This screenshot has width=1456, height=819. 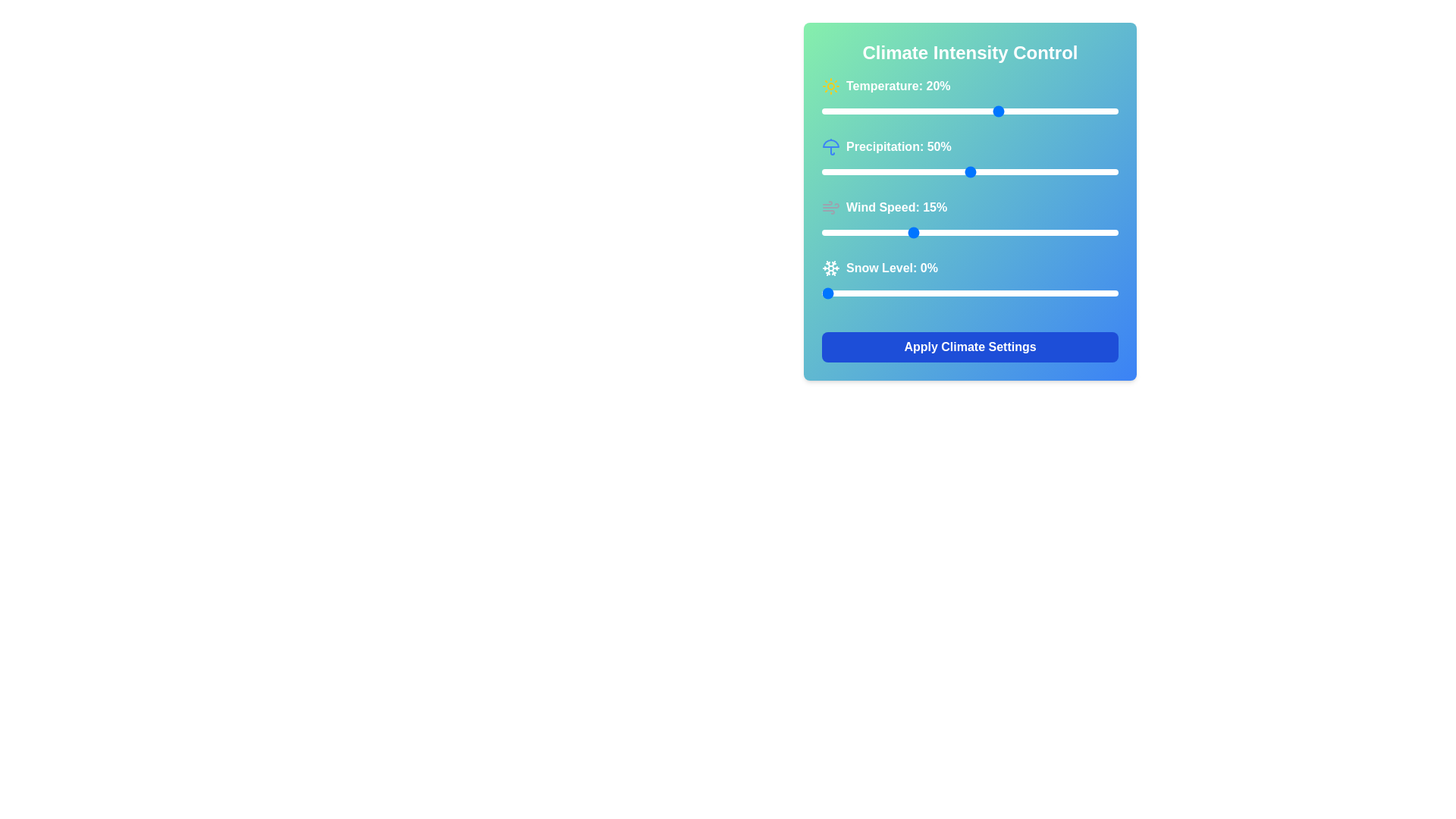 I want to click on the Temperature, so click(x=893, y=110).